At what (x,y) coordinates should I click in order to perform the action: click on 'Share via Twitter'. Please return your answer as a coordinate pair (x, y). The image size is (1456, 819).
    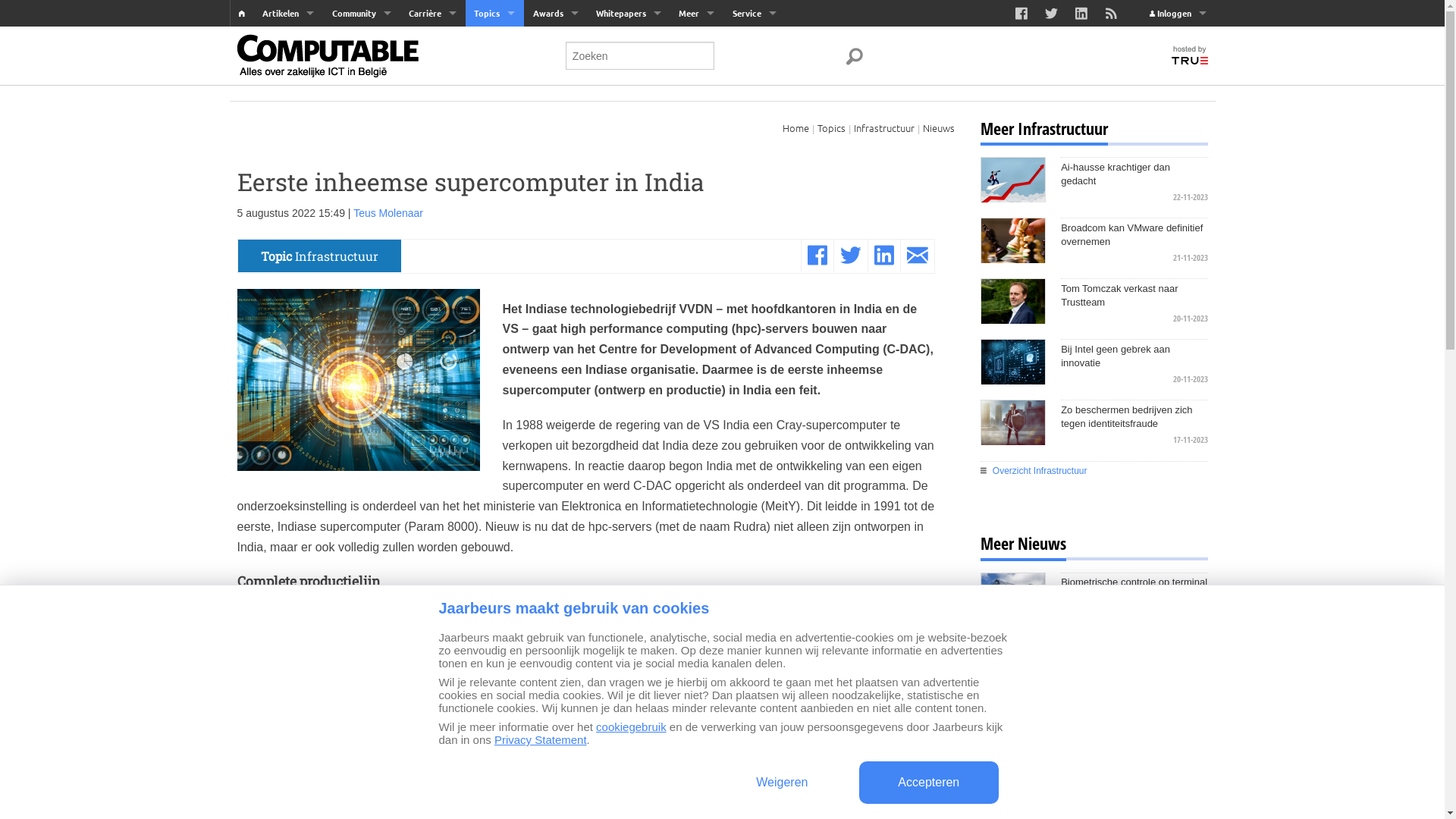
    Looking at the image, I should click on (839, 255).